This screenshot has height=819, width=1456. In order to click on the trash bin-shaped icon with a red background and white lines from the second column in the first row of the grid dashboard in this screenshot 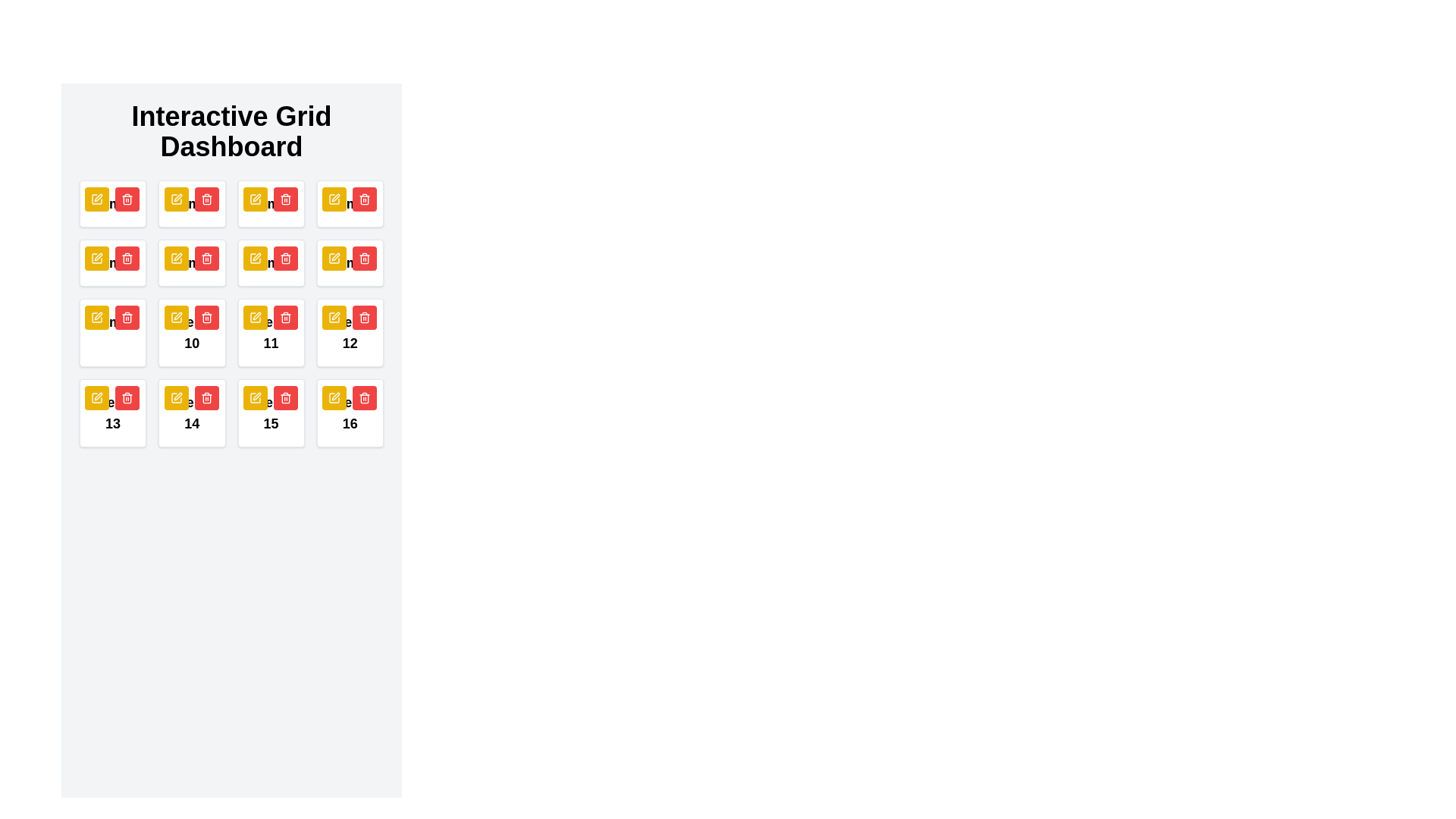, I will do `click(127, 198)`.